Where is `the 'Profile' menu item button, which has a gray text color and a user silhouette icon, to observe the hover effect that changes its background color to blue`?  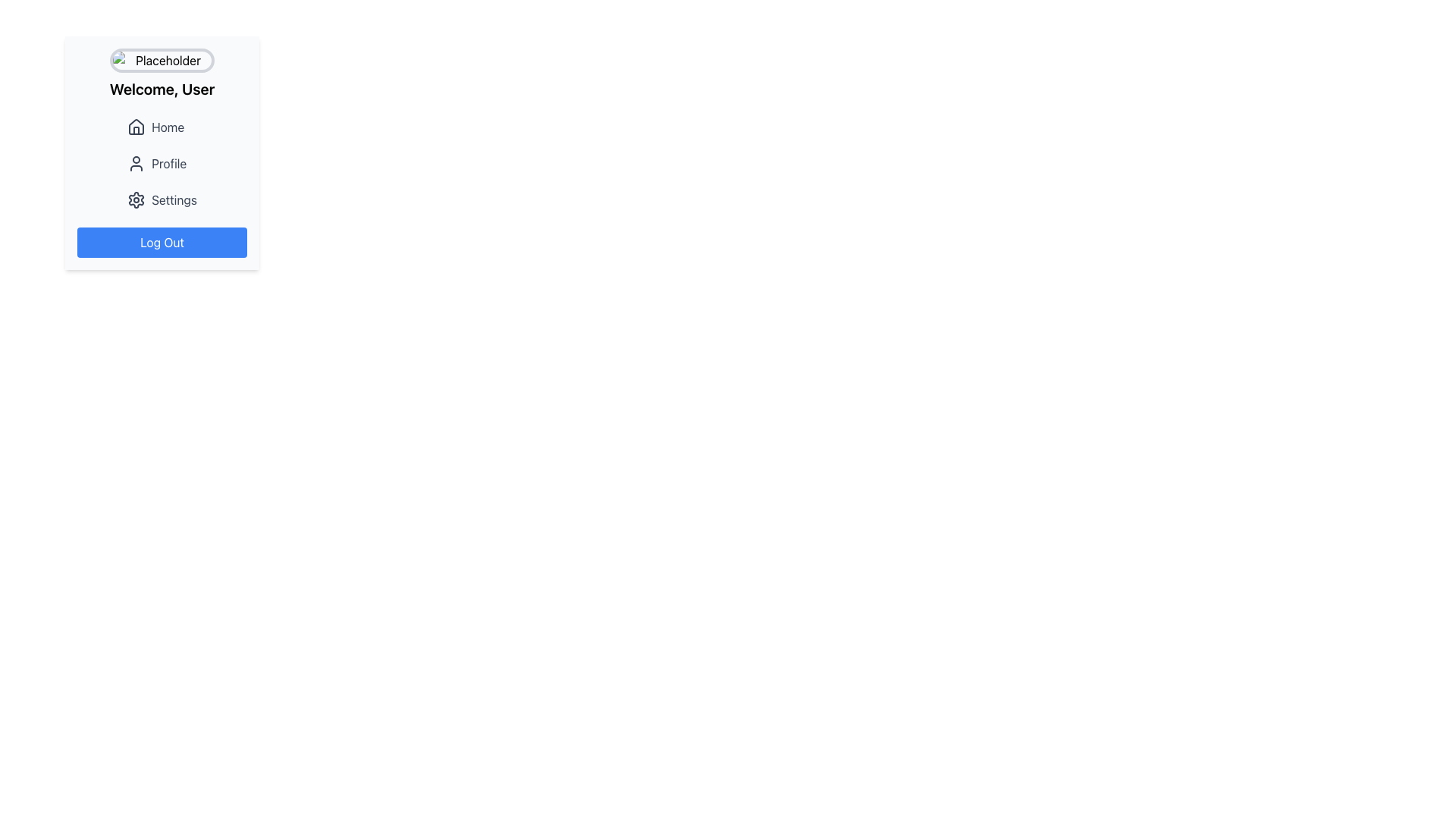 the 'Profile' menu item button, which has a gray text color and a user silhouette icon, to observe the hover effect that changes its background color to blue is located at coordinates (162, 164).